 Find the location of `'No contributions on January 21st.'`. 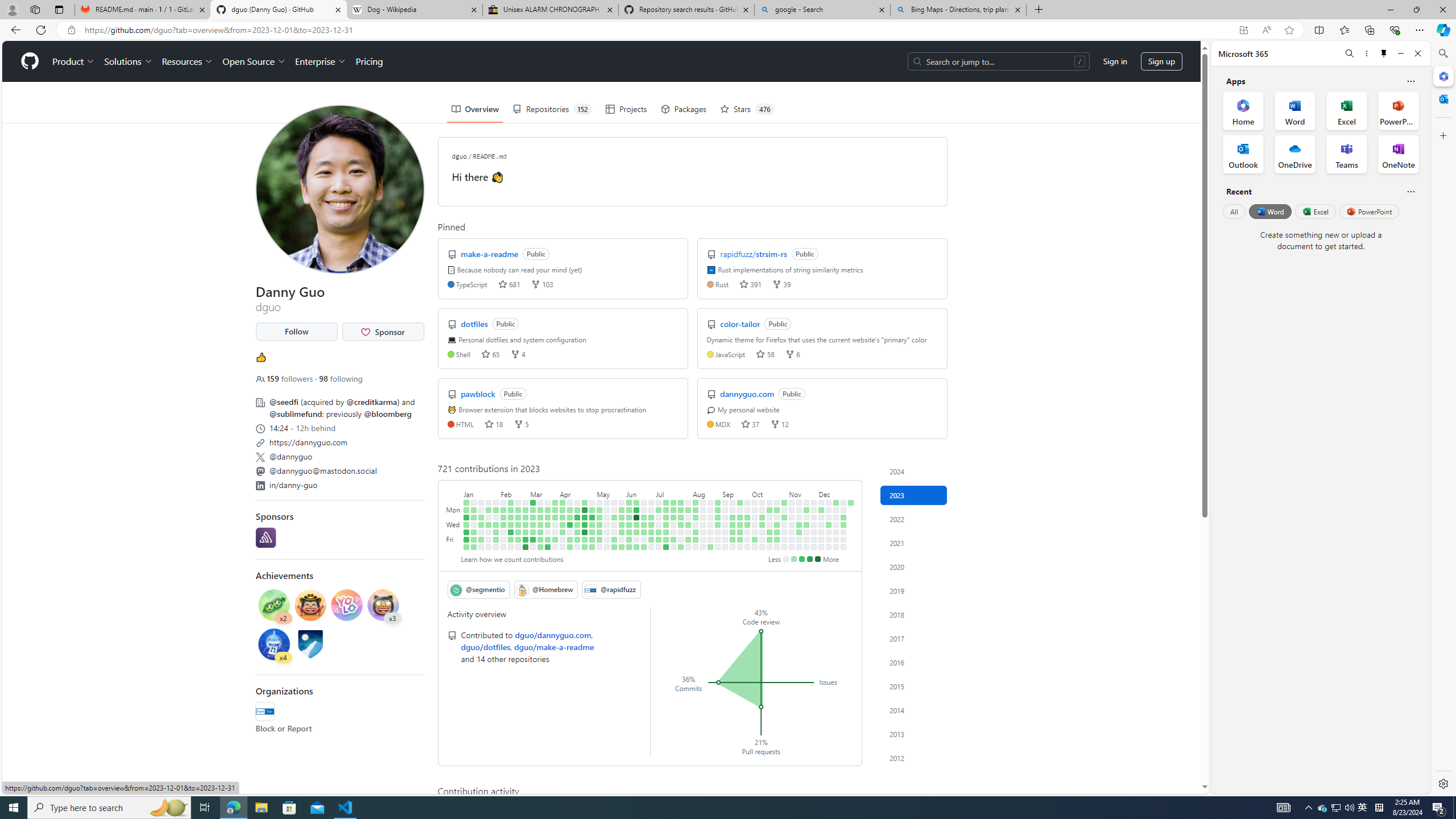

'No contributions on January 21st.' is located at coordinates (482, 547).